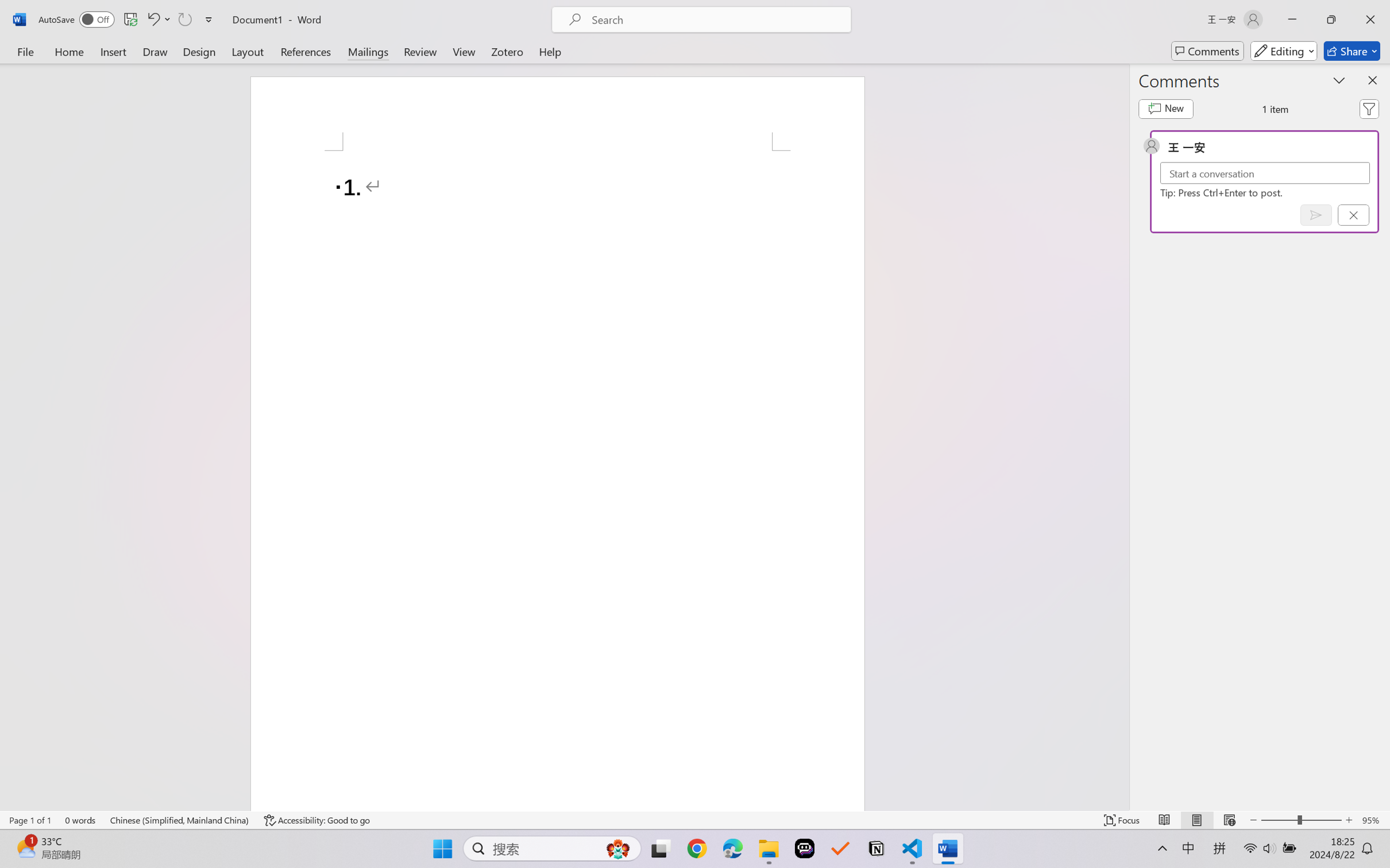 Image resolution: width=1390 pixels, height=868 pixels. What do you see at coordinates (1369, 108) in the screenshot?
I see `'Filter'` at bounding box center [1369, 108].